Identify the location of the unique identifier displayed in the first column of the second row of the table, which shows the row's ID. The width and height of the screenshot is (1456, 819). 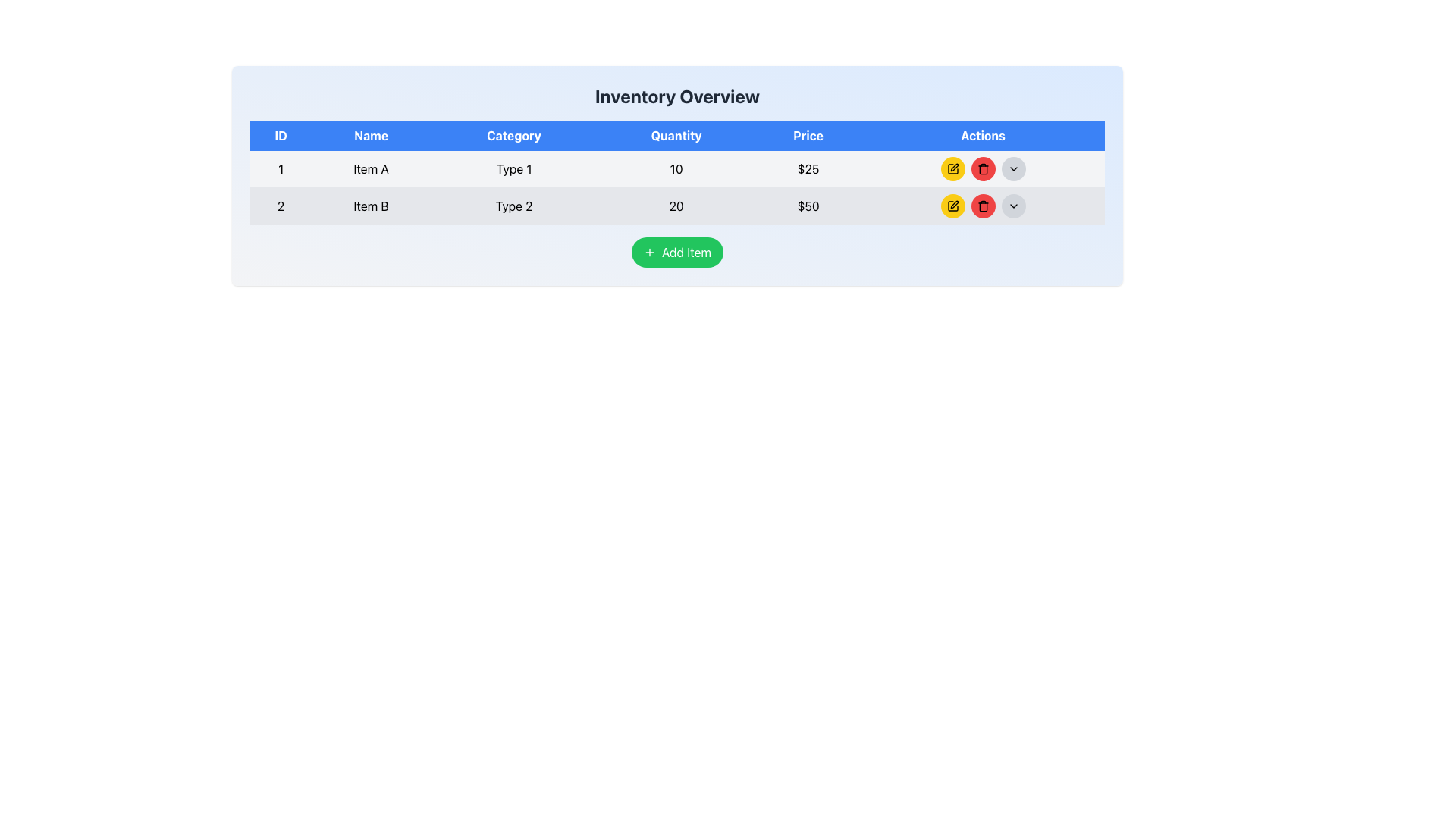
(281, 206).